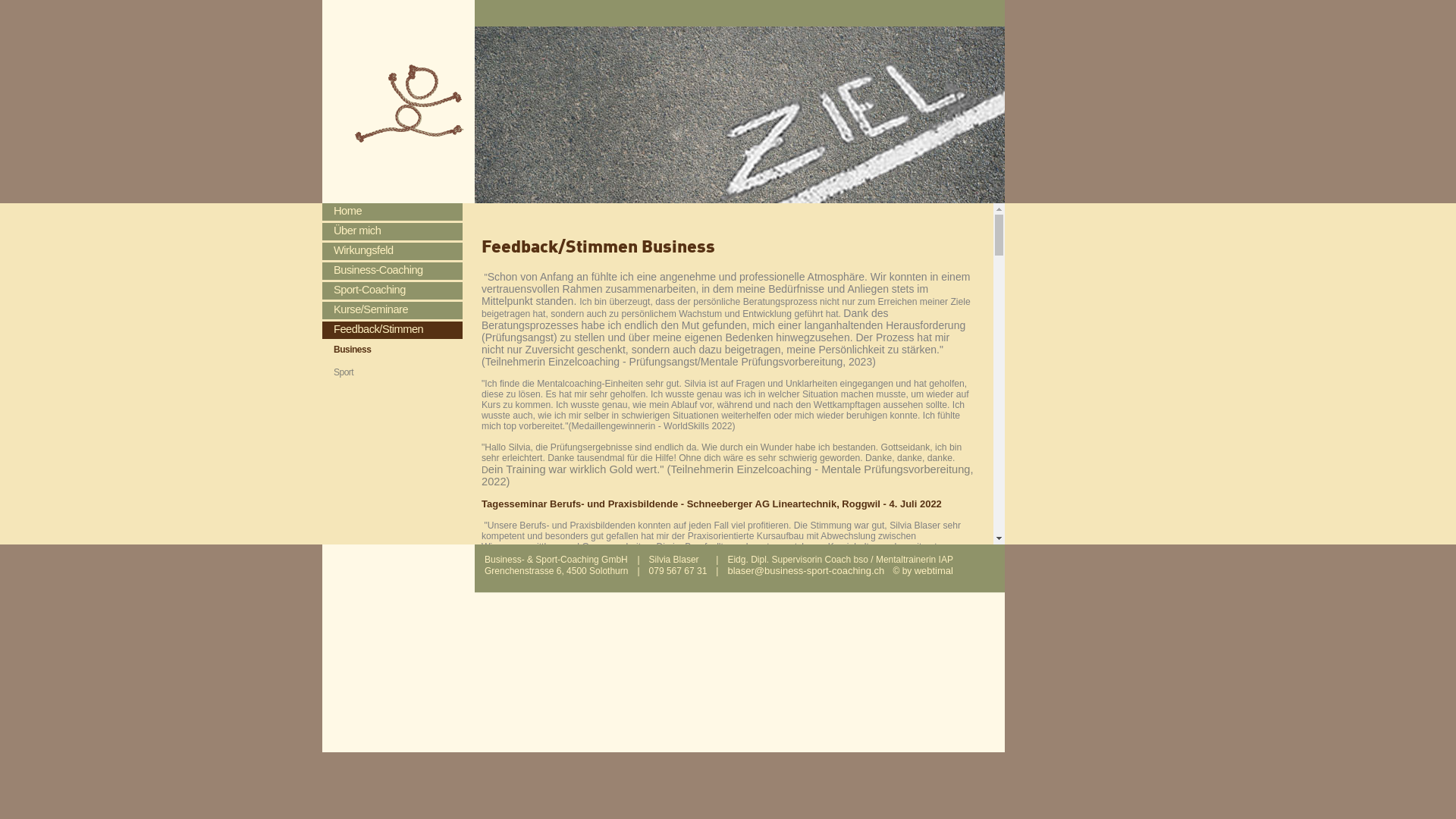  Describe the element at coordinates (322, 290) in the screenshot. I see `'Sport-Coaching'` at that location.